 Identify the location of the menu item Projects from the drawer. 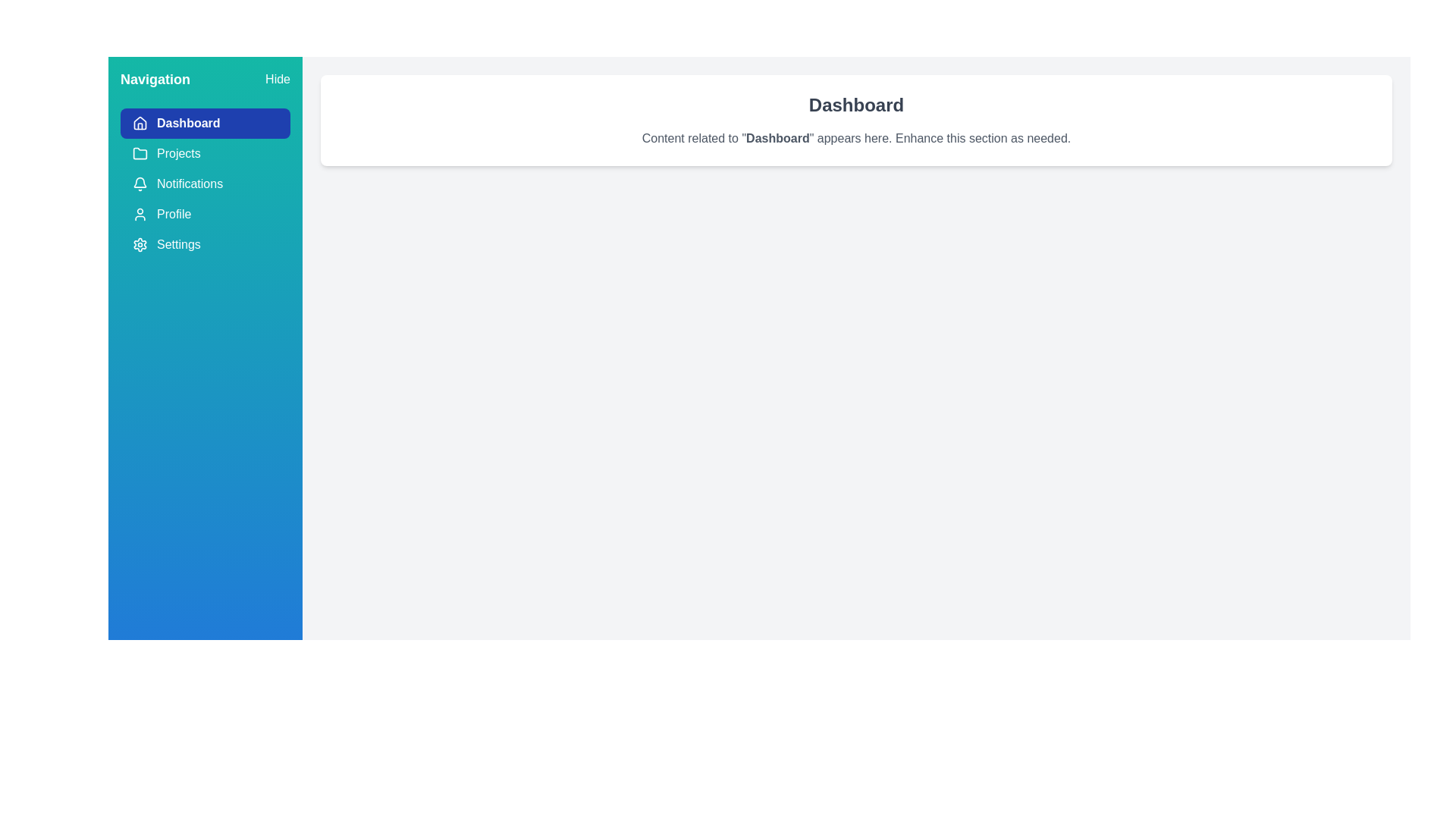
(204, 154).